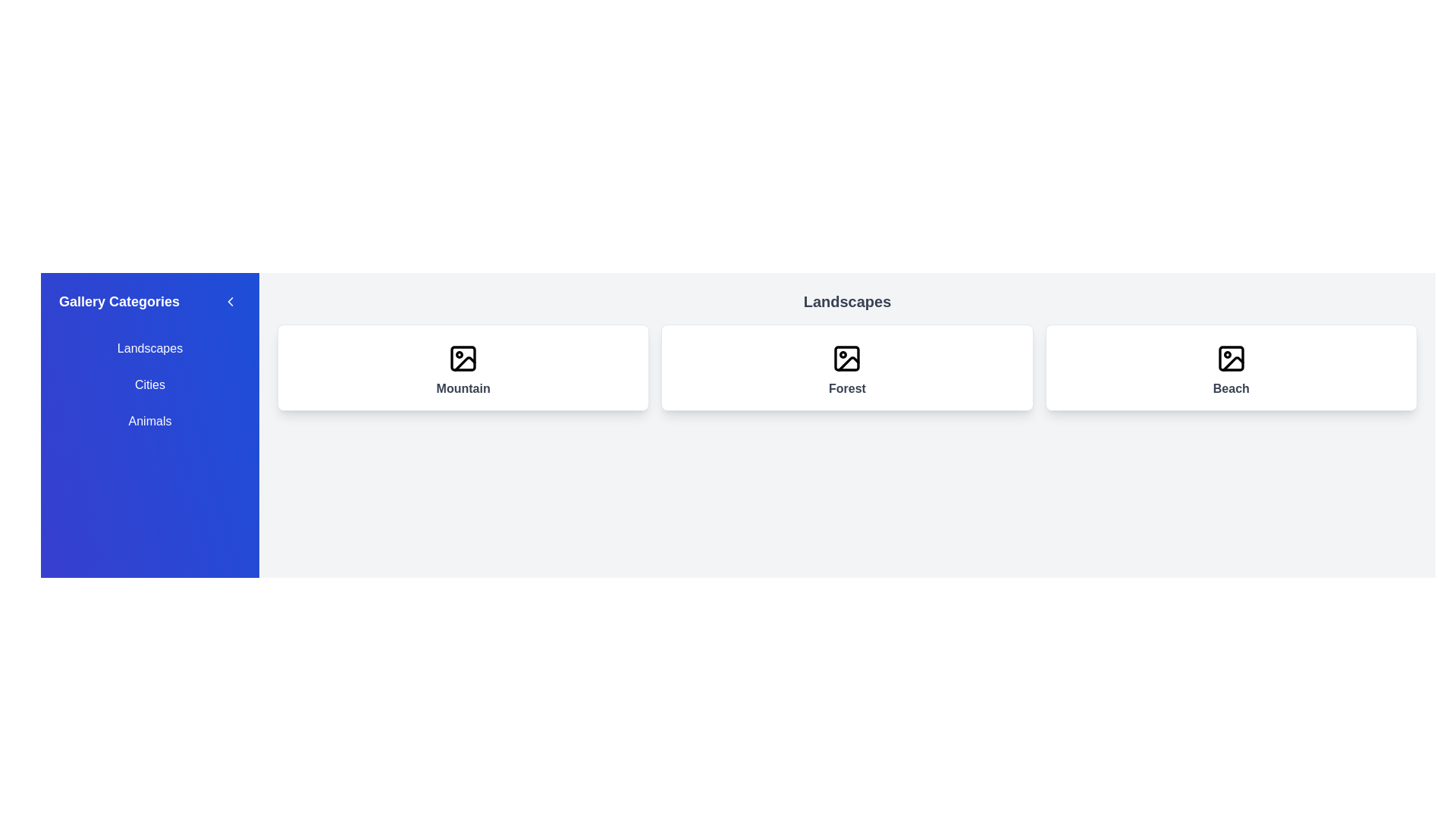  What do you see at coordinates (149, 348) in the screenshot?
I see `the first menu option 'Landscapes' in the blue-themed side navigation panel` at bounding box center [149, 348].